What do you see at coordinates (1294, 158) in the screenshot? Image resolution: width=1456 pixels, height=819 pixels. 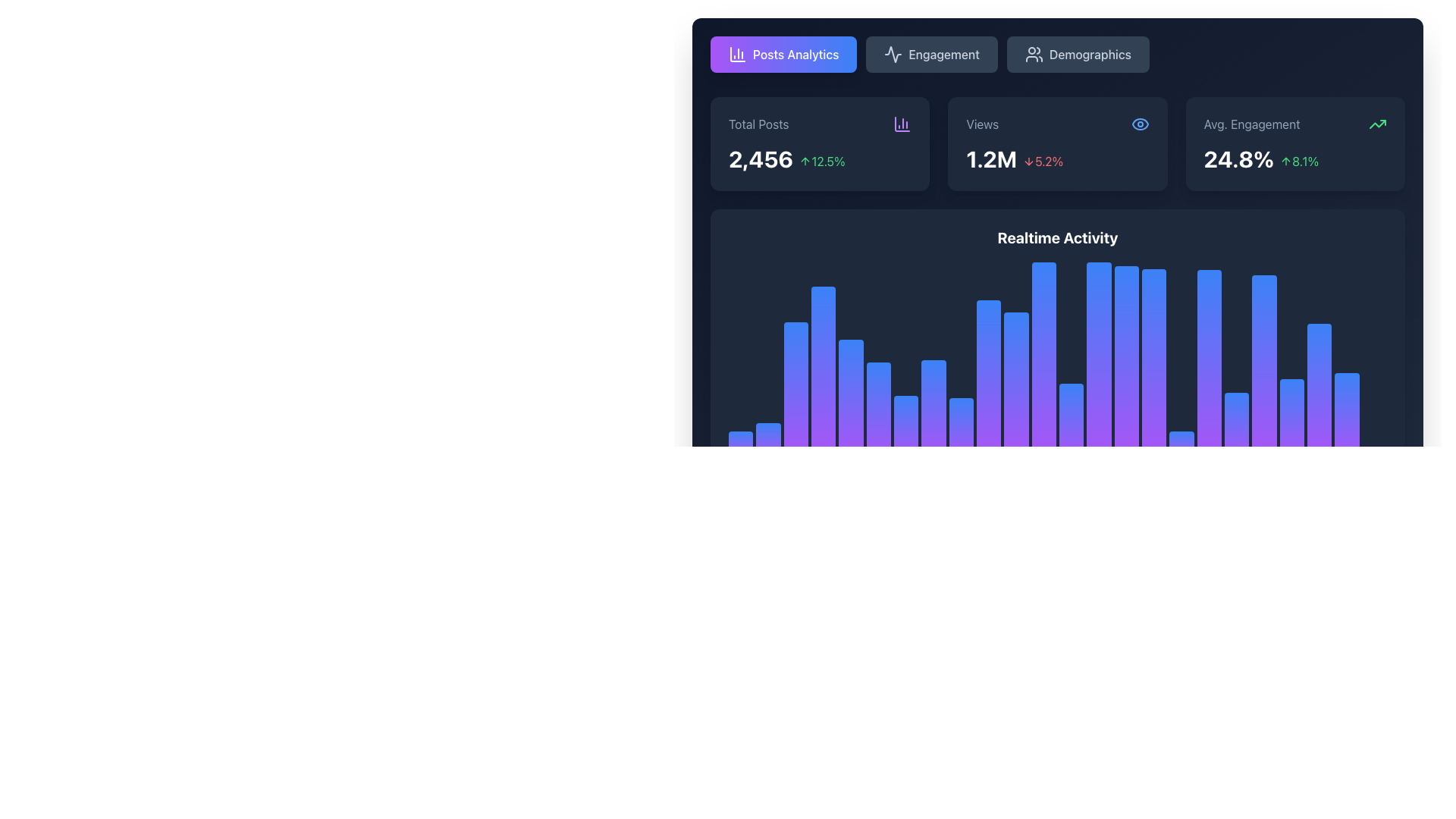 I see `displayed information from the Statistical Display Component located in the rightmost card of the top row of the dashboard, beneath the 'Avg. Engagement' label` at bounding box center [1294, 158].